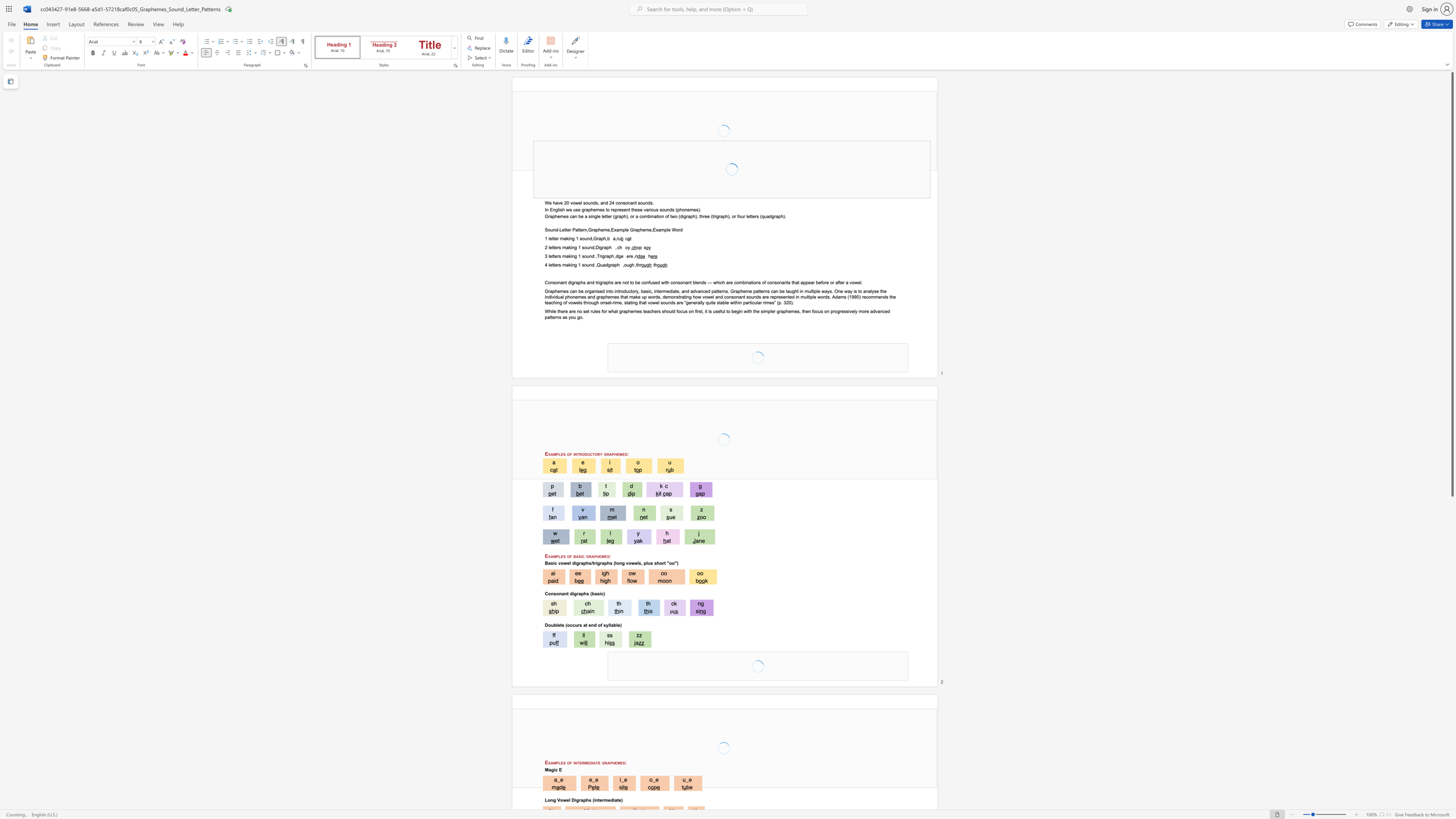 The image size is (1456, 819). What do you see at coordinates (1451, 785) in the screenshot?
I see `the scrollbar on the right side to scroll the page down` at bounding box center [1451, 785].